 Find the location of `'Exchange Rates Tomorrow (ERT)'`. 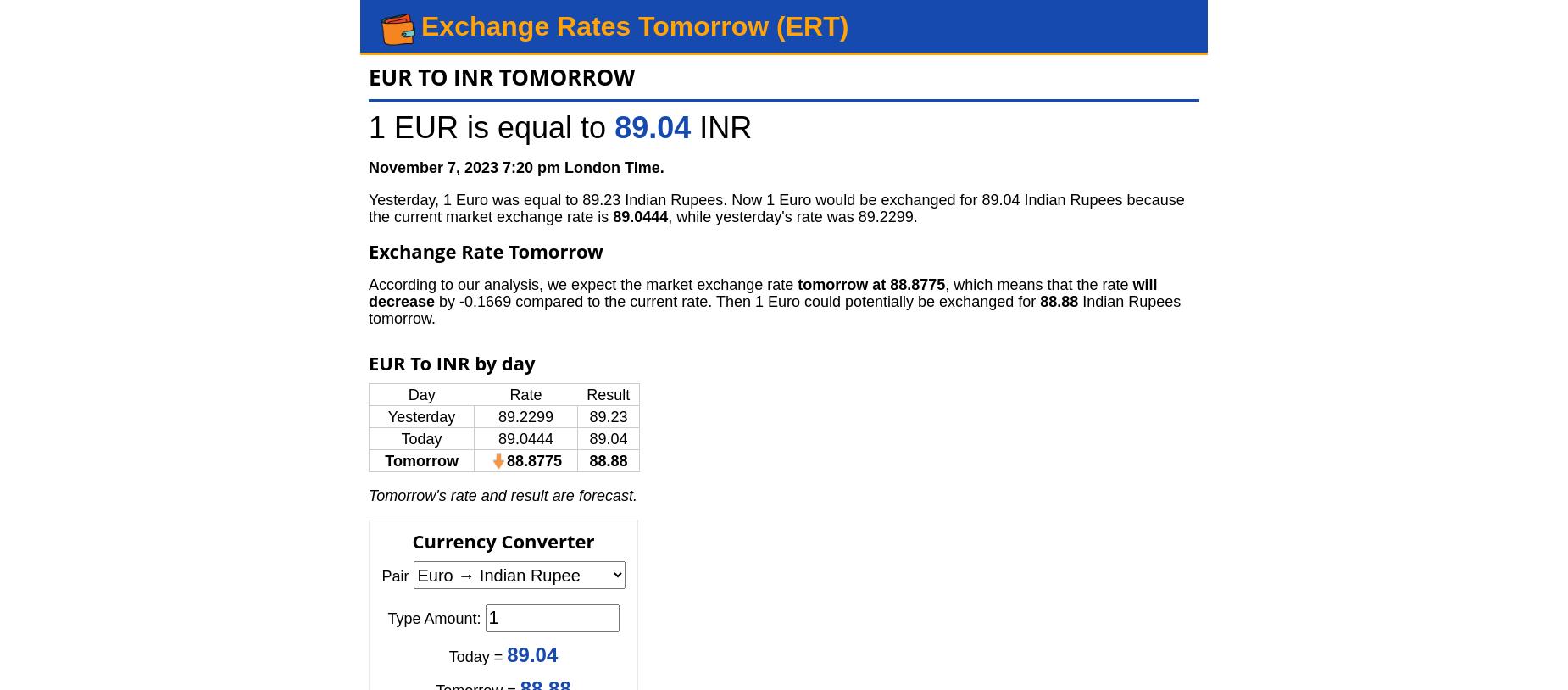

'Exchange Rates Tomorrow (ERT)' is located at coordinates (420, 25).